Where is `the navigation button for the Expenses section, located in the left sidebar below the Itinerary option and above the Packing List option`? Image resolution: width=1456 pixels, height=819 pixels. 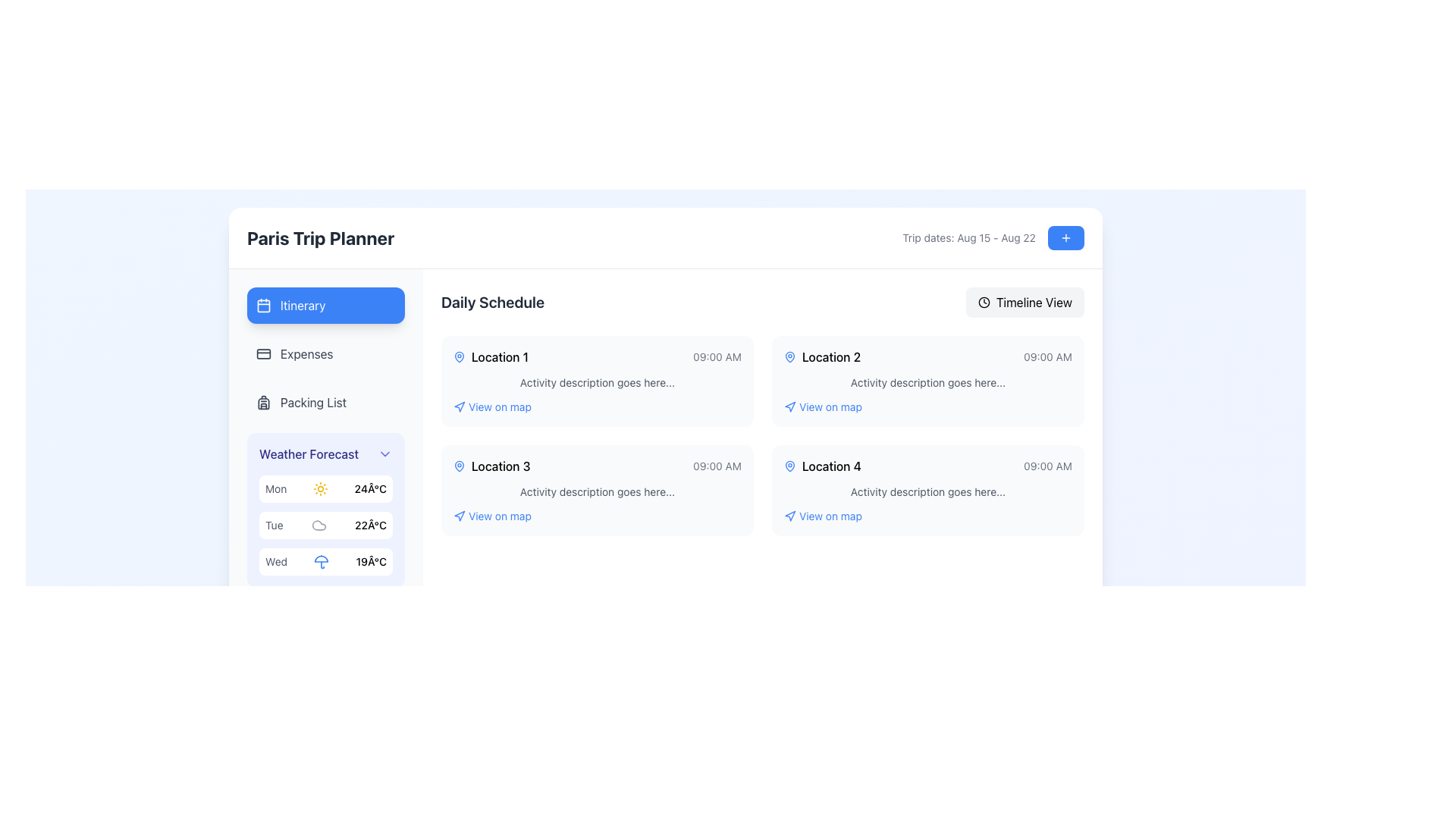
the navigation button for the Expenses section, located in the left sidebar below the Itinerary option and above the Packing List option is located at coordinates (325, 353).